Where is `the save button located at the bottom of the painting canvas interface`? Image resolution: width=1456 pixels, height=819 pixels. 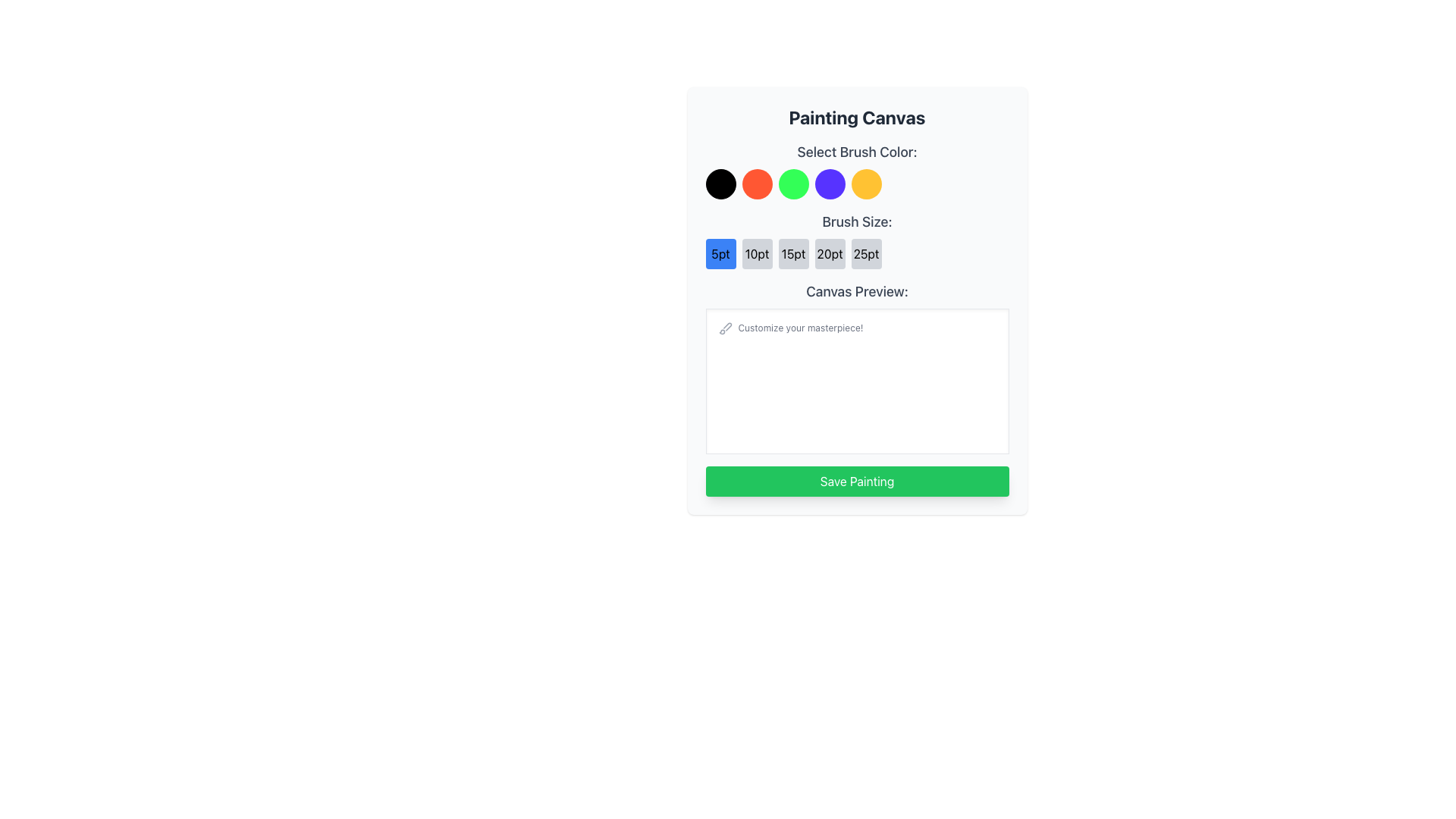
the save button located at the bottom of the painting canvas interface is located at coordinates (857, 482).